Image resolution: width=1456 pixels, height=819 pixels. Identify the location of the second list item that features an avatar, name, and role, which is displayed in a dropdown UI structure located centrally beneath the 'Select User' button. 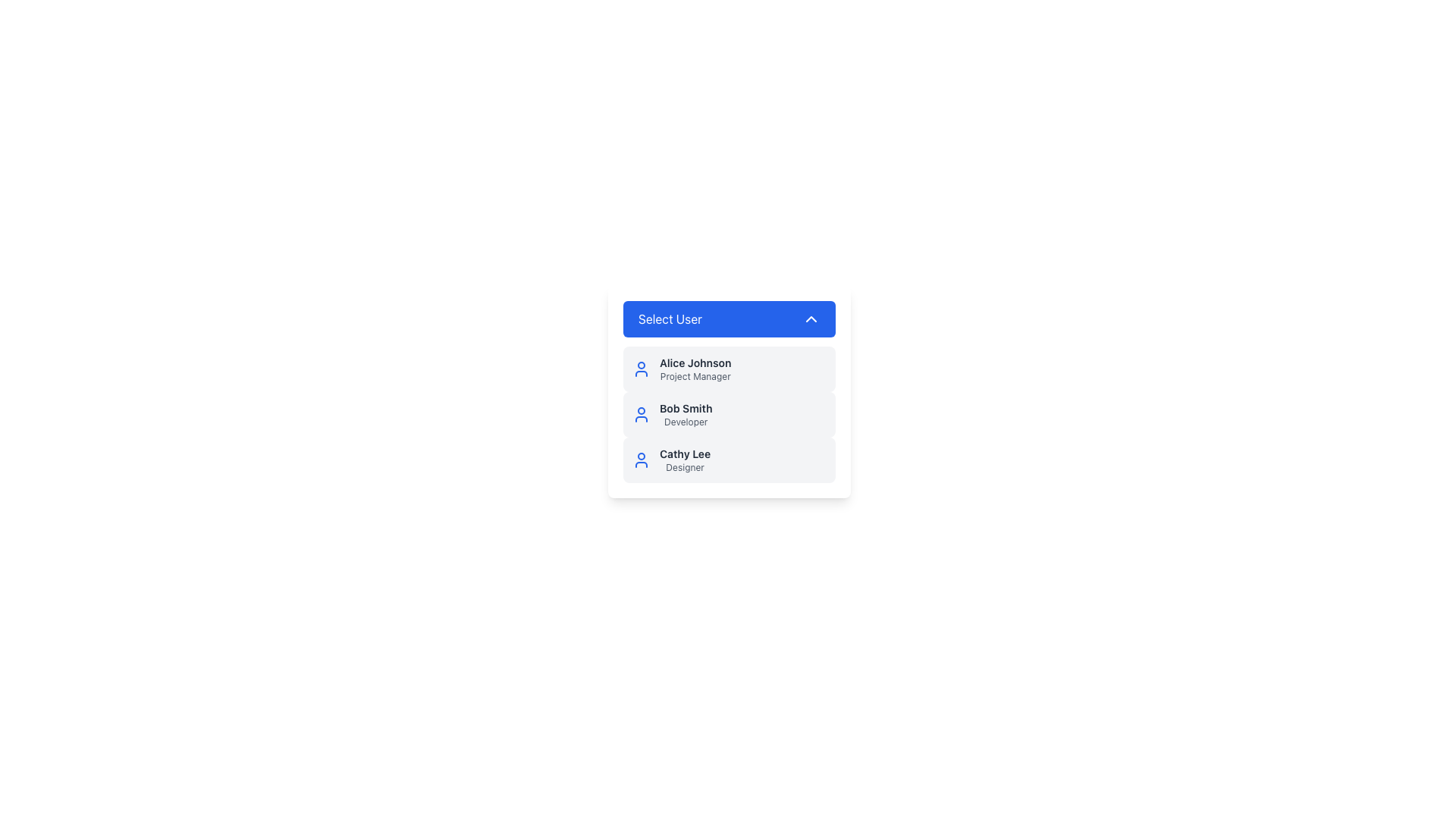
(729, 415).